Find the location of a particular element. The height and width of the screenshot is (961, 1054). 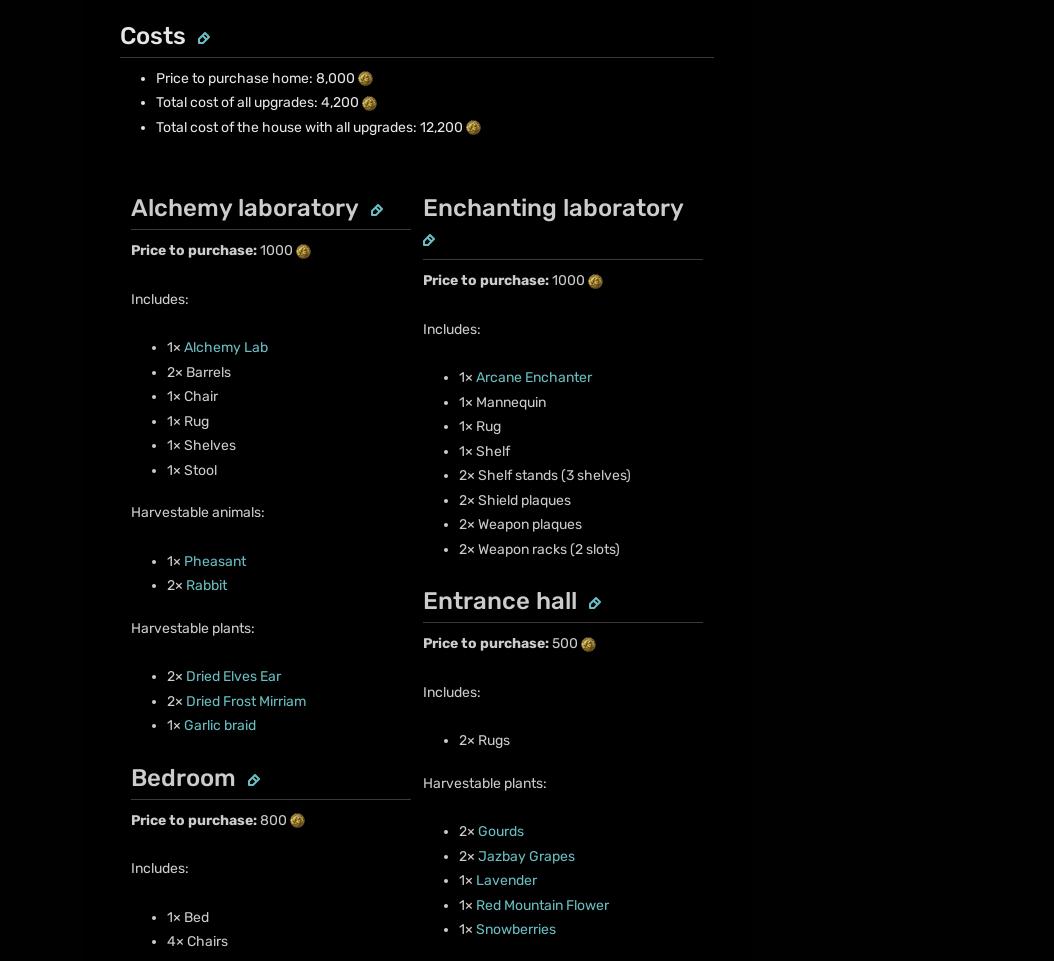

'Fandom Apps' is located at coordinates (128, 800).